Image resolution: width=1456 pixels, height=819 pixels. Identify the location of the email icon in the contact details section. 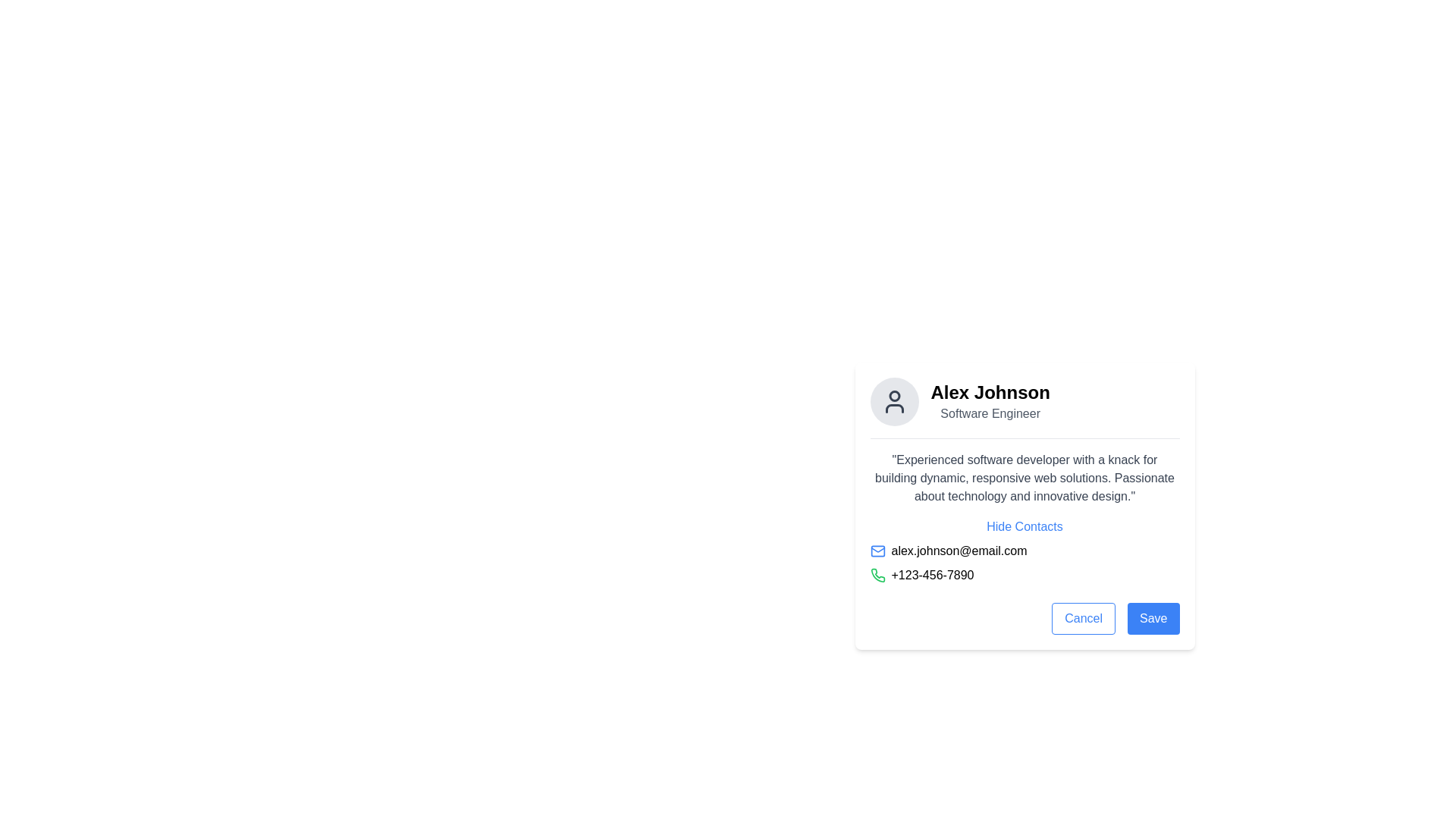
(1025, 563).